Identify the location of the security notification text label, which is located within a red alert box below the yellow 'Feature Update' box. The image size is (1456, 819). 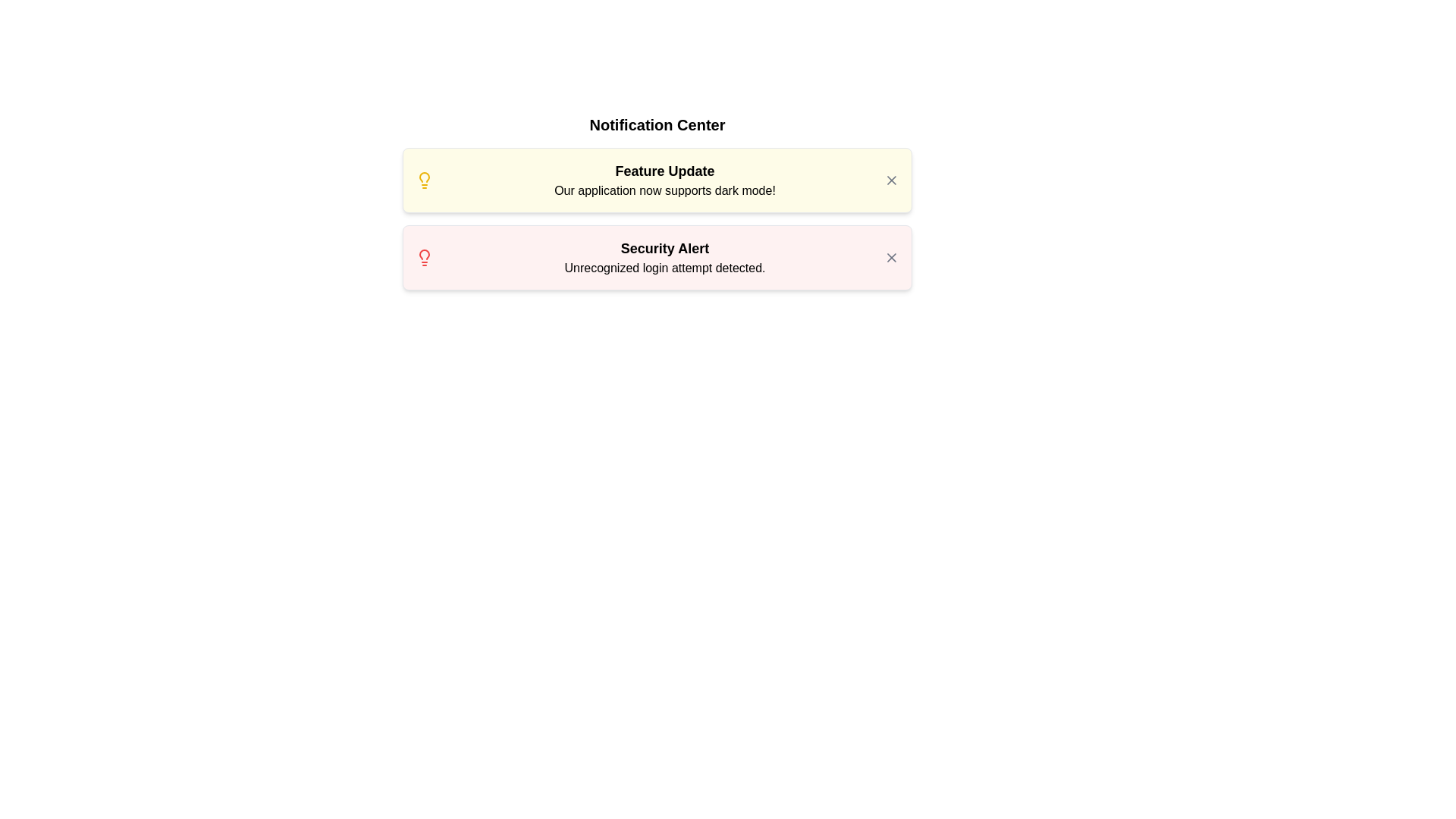
(665, 256).